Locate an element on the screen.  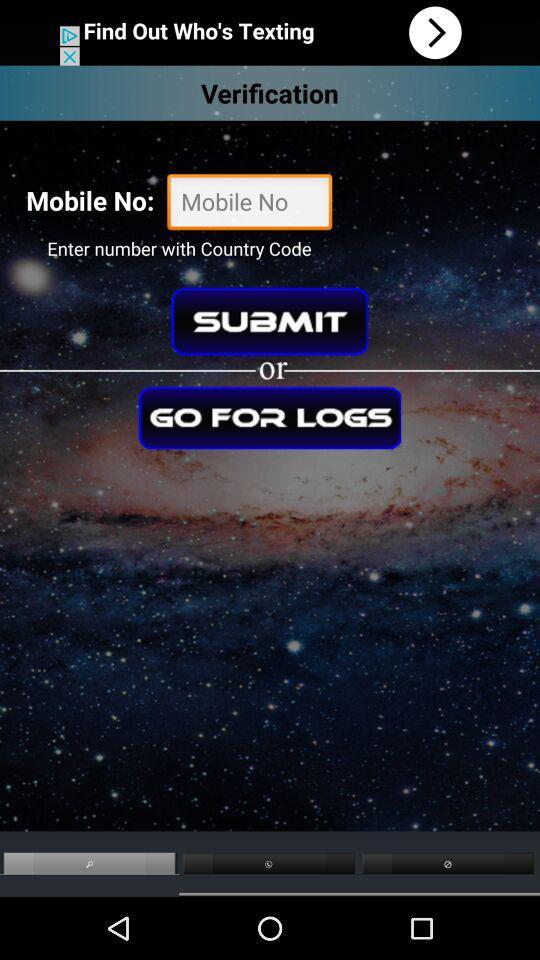
go for logs is located at coordinates (270, 416).